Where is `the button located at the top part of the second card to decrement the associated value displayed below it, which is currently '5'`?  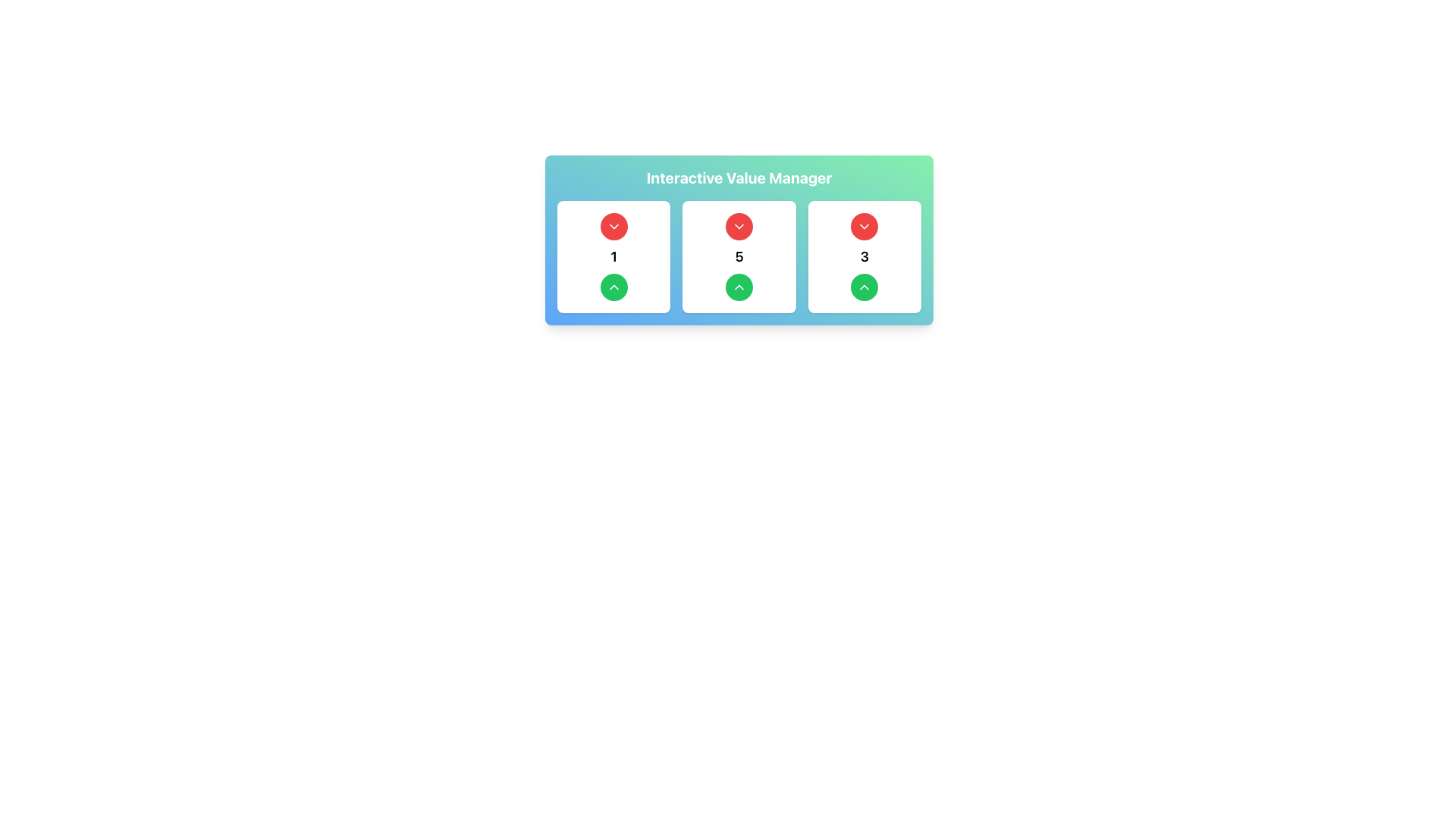
the button located at the top part of the second card to decrement the associated value displayed below it, which is currently '5' is located at coordinates (739, 227).